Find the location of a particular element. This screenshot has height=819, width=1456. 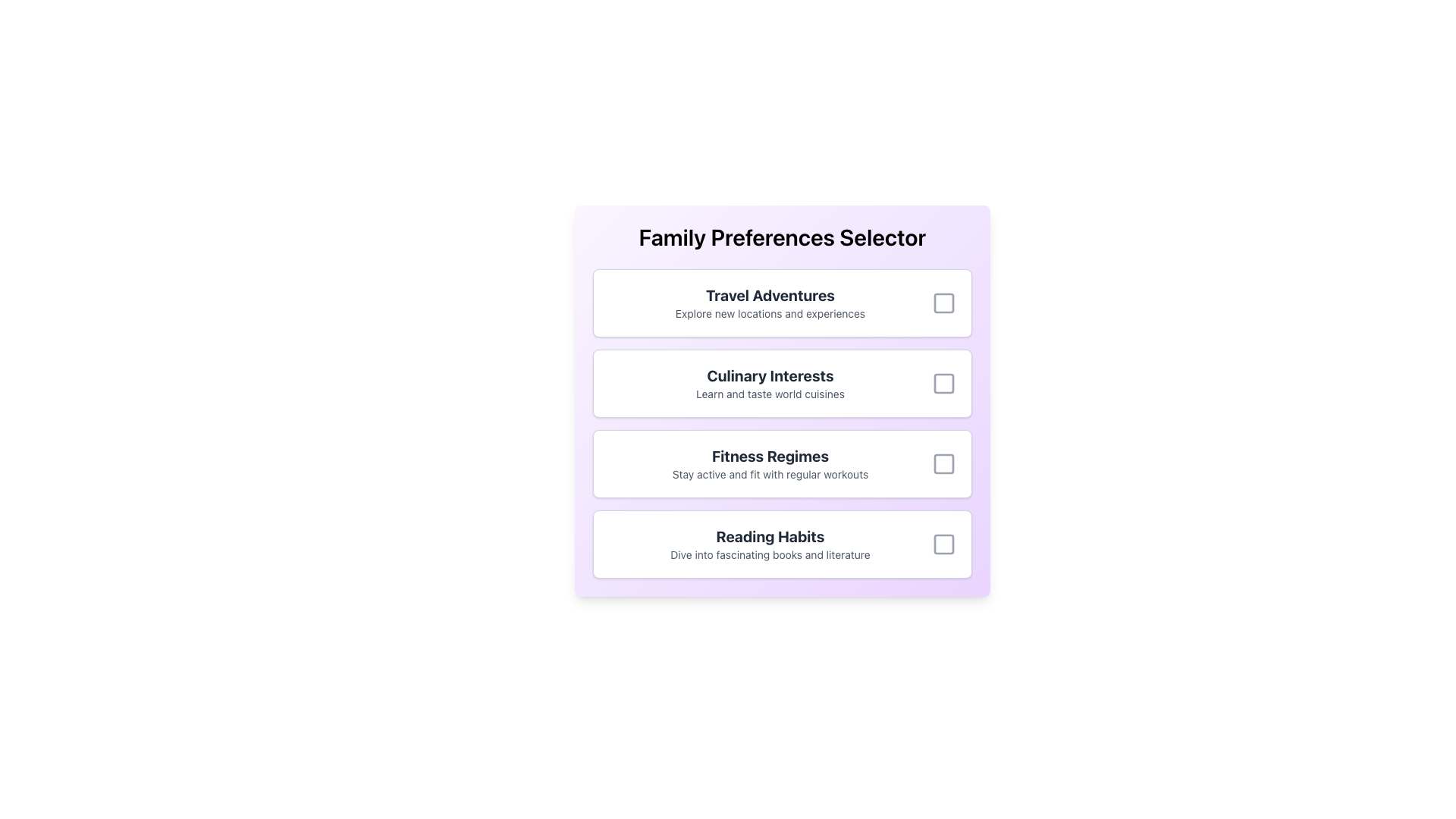

the text label providing descriptive information about the 'Culinary Interests' option, which is centrally located beneath the bolded title in the interface is located at coordinates (770, 394).